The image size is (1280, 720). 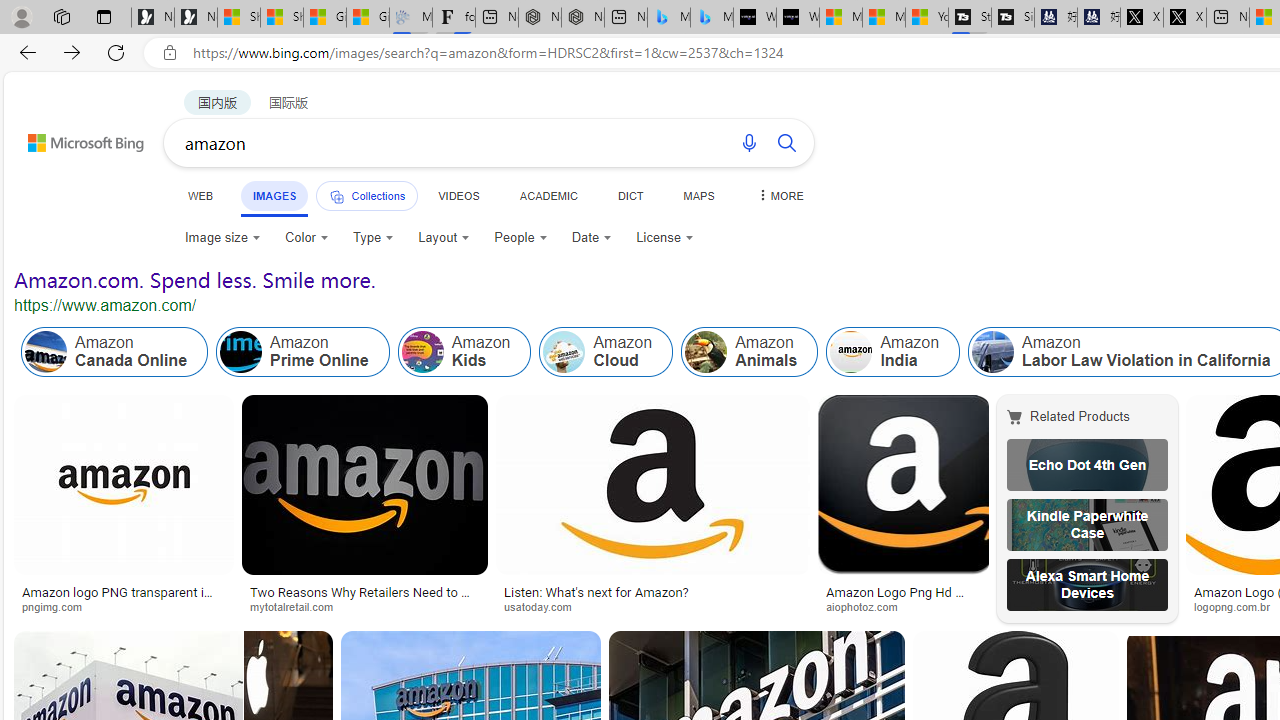 What do you see at coordinates (521, 236) in the screenshot?
I see `'People'` at bounding box center [521, 236].